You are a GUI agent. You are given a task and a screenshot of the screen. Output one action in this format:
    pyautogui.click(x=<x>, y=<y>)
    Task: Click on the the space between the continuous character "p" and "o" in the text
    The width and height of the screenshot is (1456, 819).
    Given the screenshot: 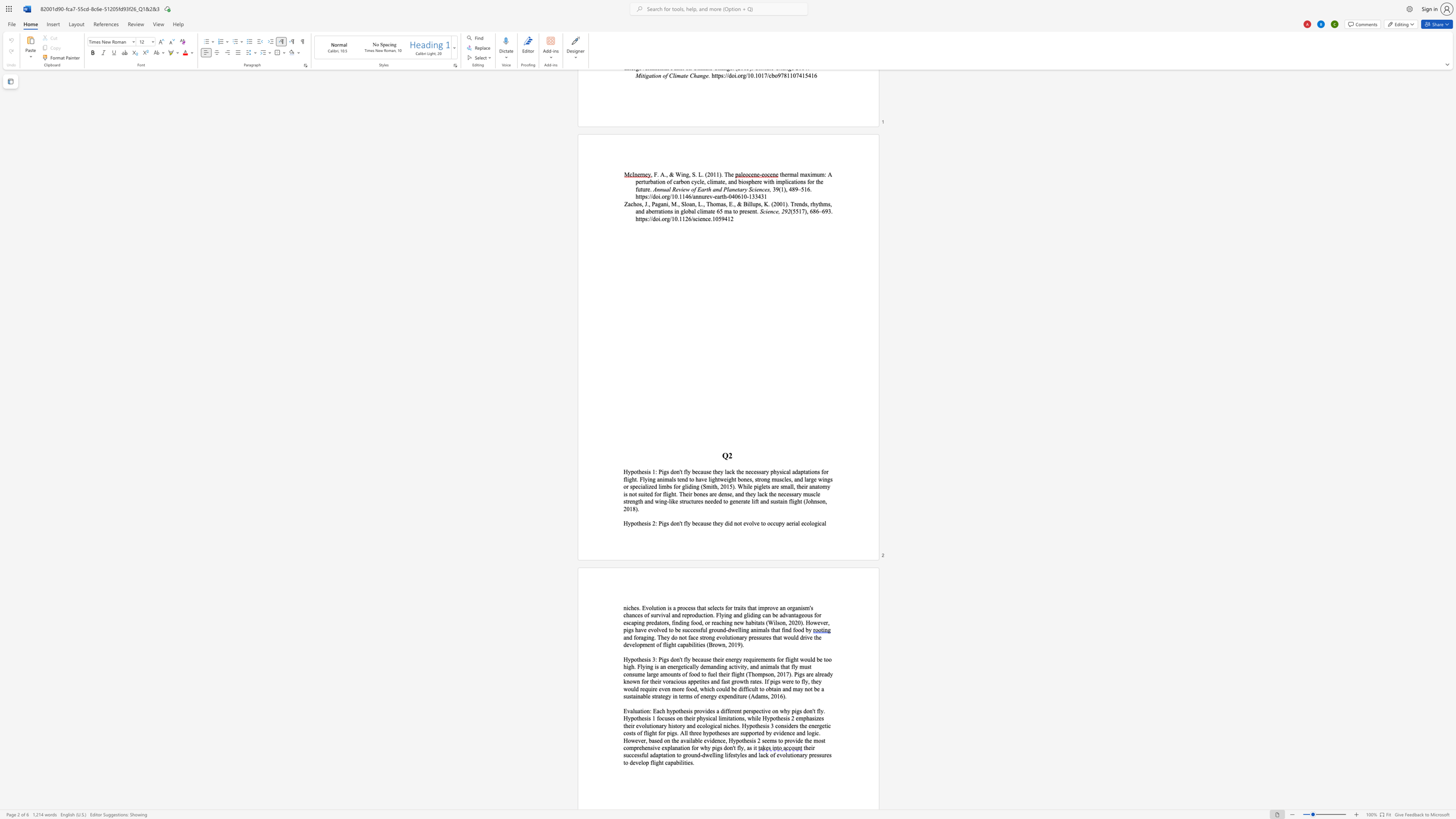 What is the action you would take?
    pyautogui.click(x=633, y=472)
    